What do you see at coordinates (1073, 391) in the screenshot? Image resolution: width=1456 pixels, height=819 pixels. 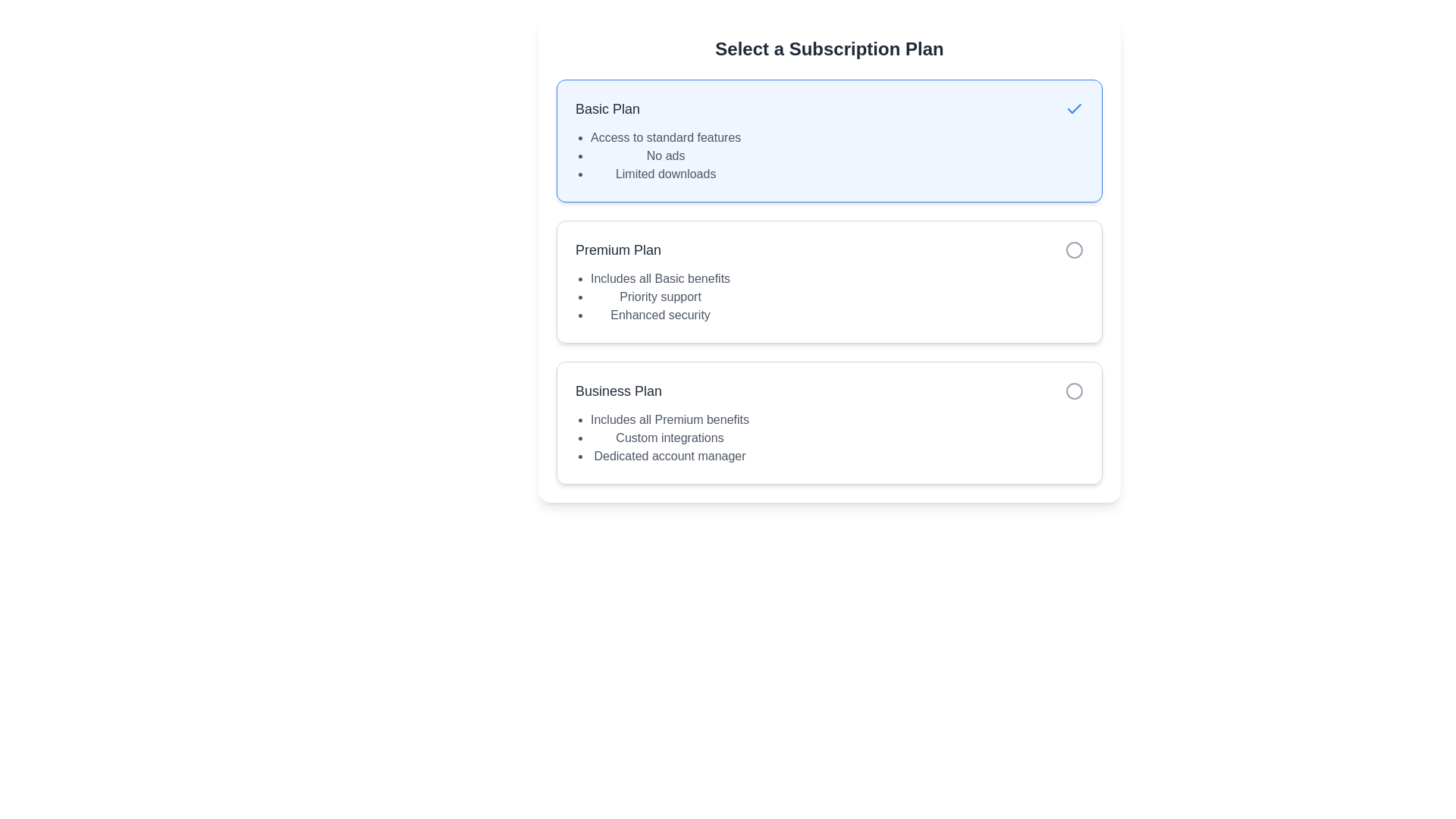 I see `the circular radio button in the Business Plan section` at bounding box center [1073, 391].